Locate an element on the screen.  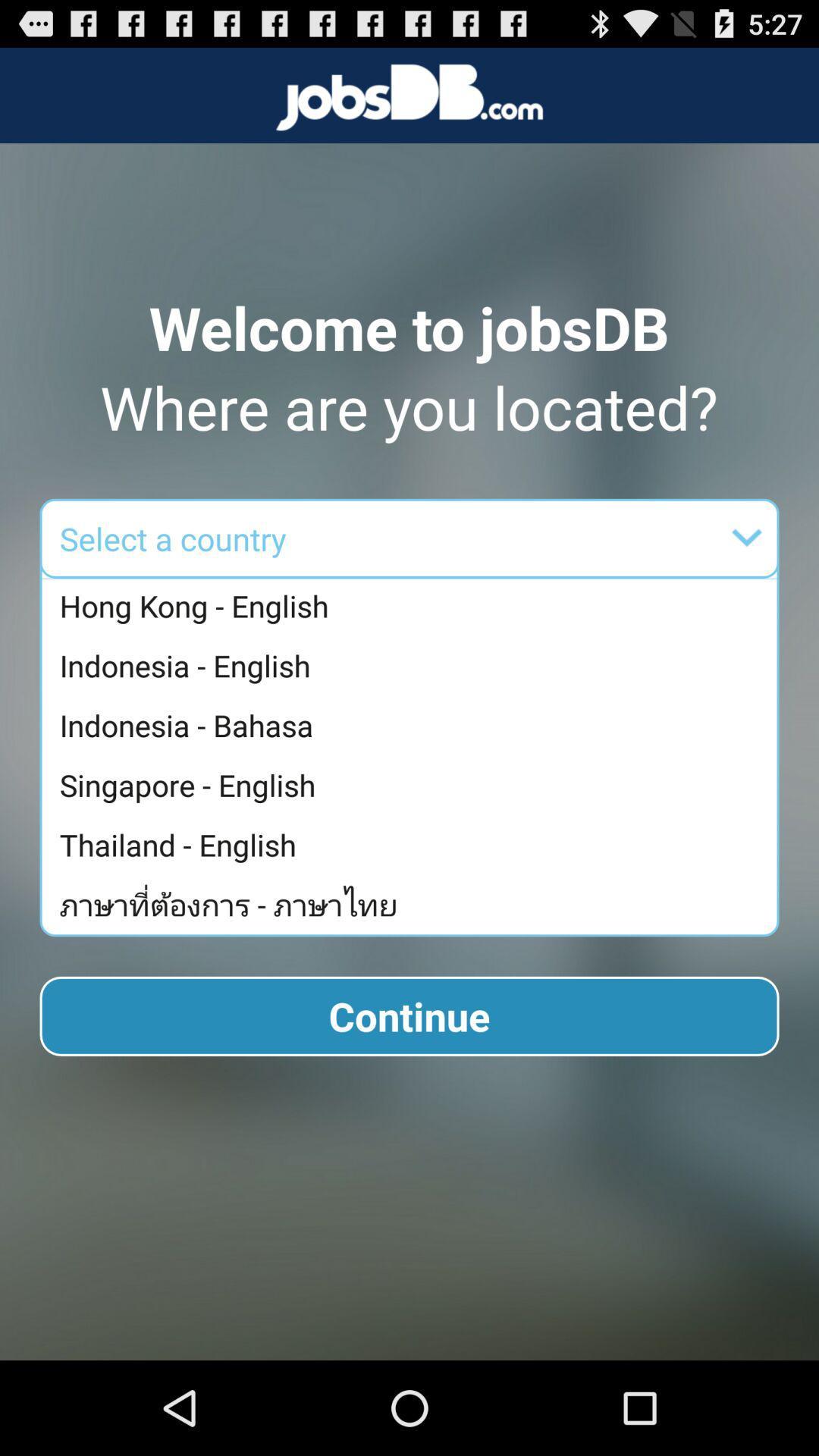
item below hong kong - english item is located at coordinates (413, 665).